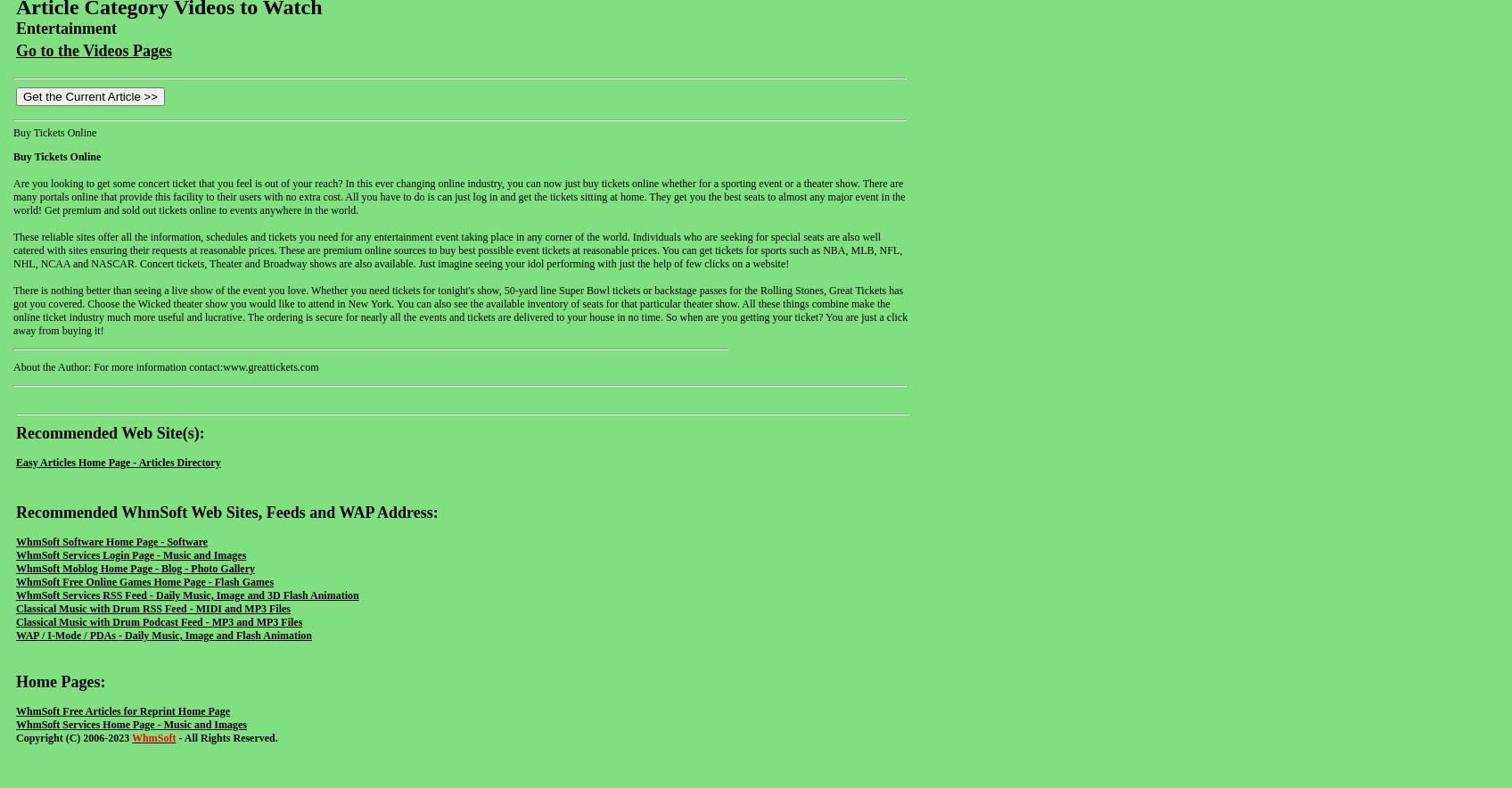 Image resolution: width=1512 pixels, height=788 pixels. I want to click on 'Copyright (C) 2006-2023', so click(72, 736).